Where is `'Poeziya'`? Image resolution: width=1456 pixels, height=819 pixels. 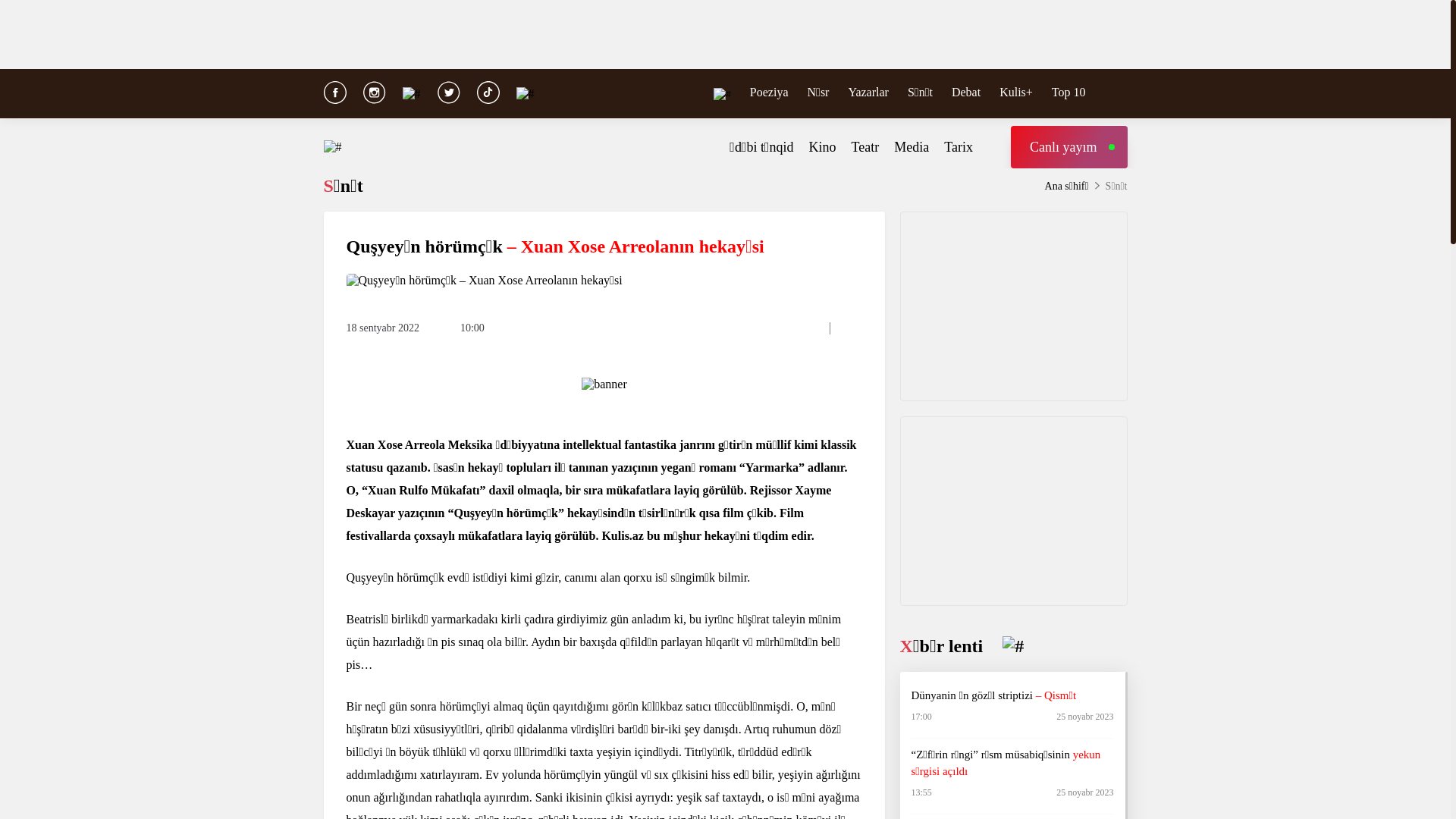 'Poeziya' is located at coordinates (769, 91).